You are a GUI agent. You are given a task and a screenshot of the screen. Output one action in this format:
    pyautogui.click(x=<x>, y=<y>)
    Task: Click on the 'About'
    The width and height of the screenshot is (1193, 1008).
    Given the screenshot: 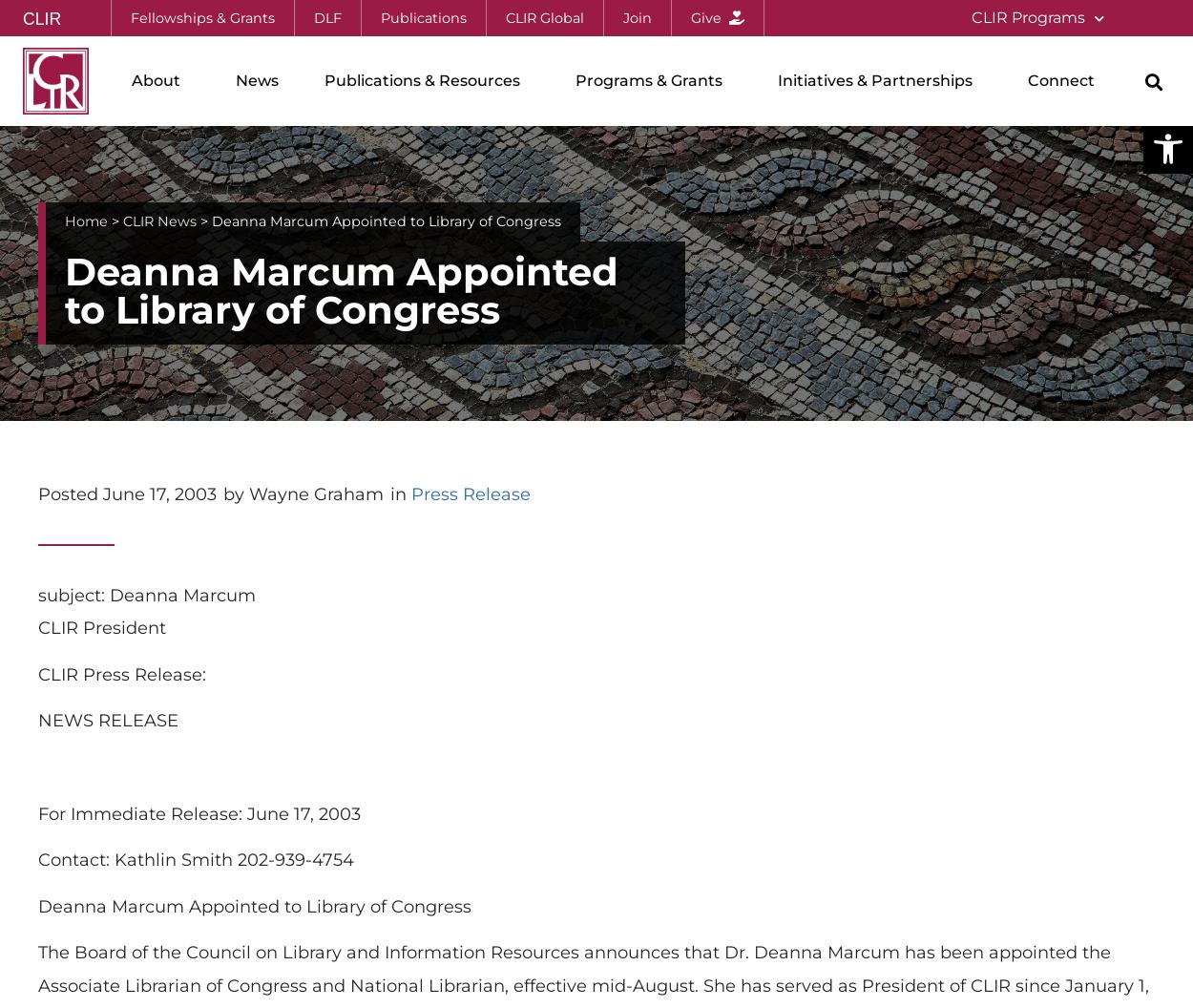 What is the action you would take?
    pyautogui.click(x=155, y=79)
    